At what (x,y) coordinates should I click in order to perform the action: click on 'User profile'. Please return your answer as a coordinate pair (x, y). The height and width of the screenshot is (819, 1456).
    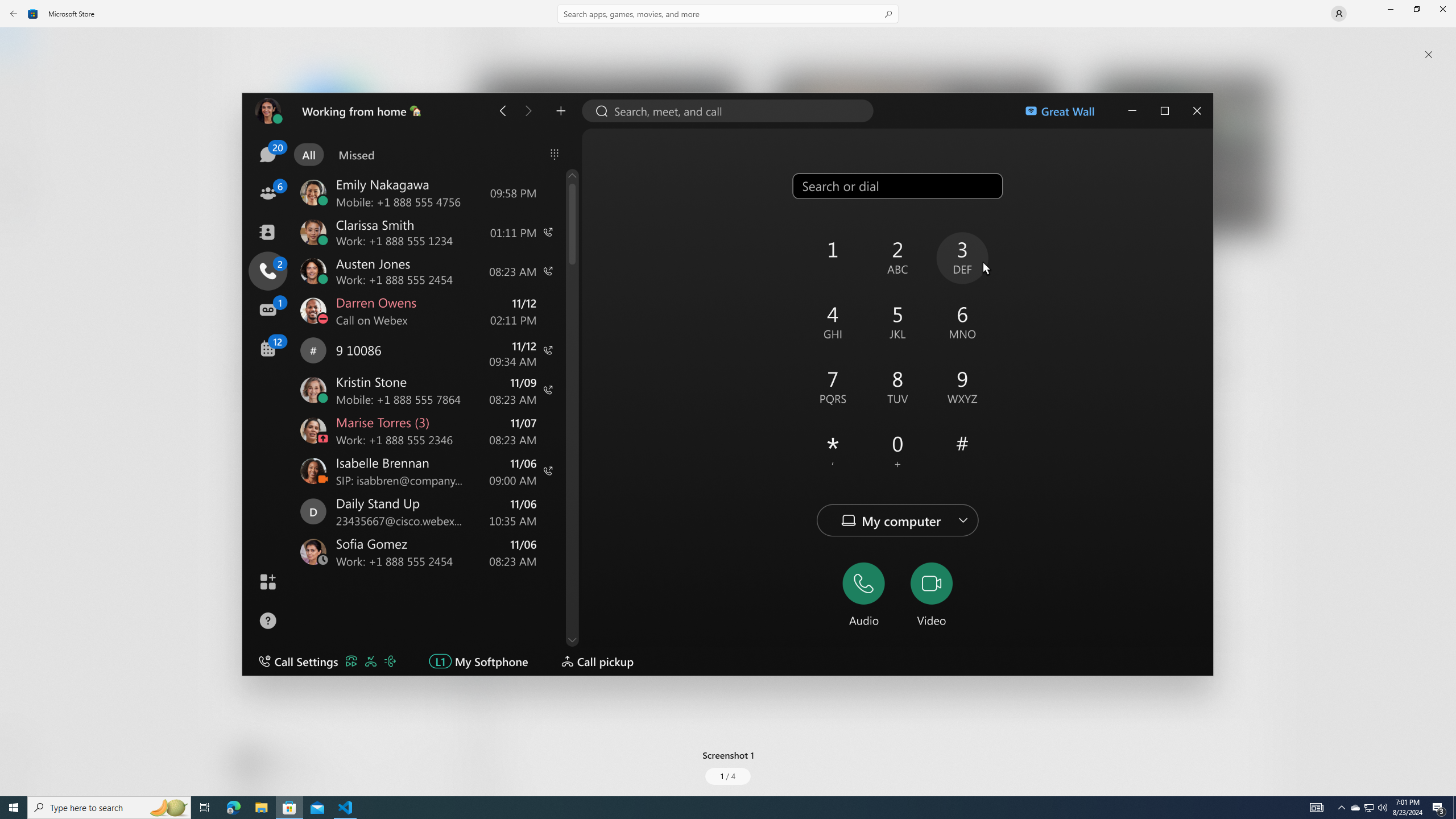
    Looking at the image, I should click on (1338, 13).